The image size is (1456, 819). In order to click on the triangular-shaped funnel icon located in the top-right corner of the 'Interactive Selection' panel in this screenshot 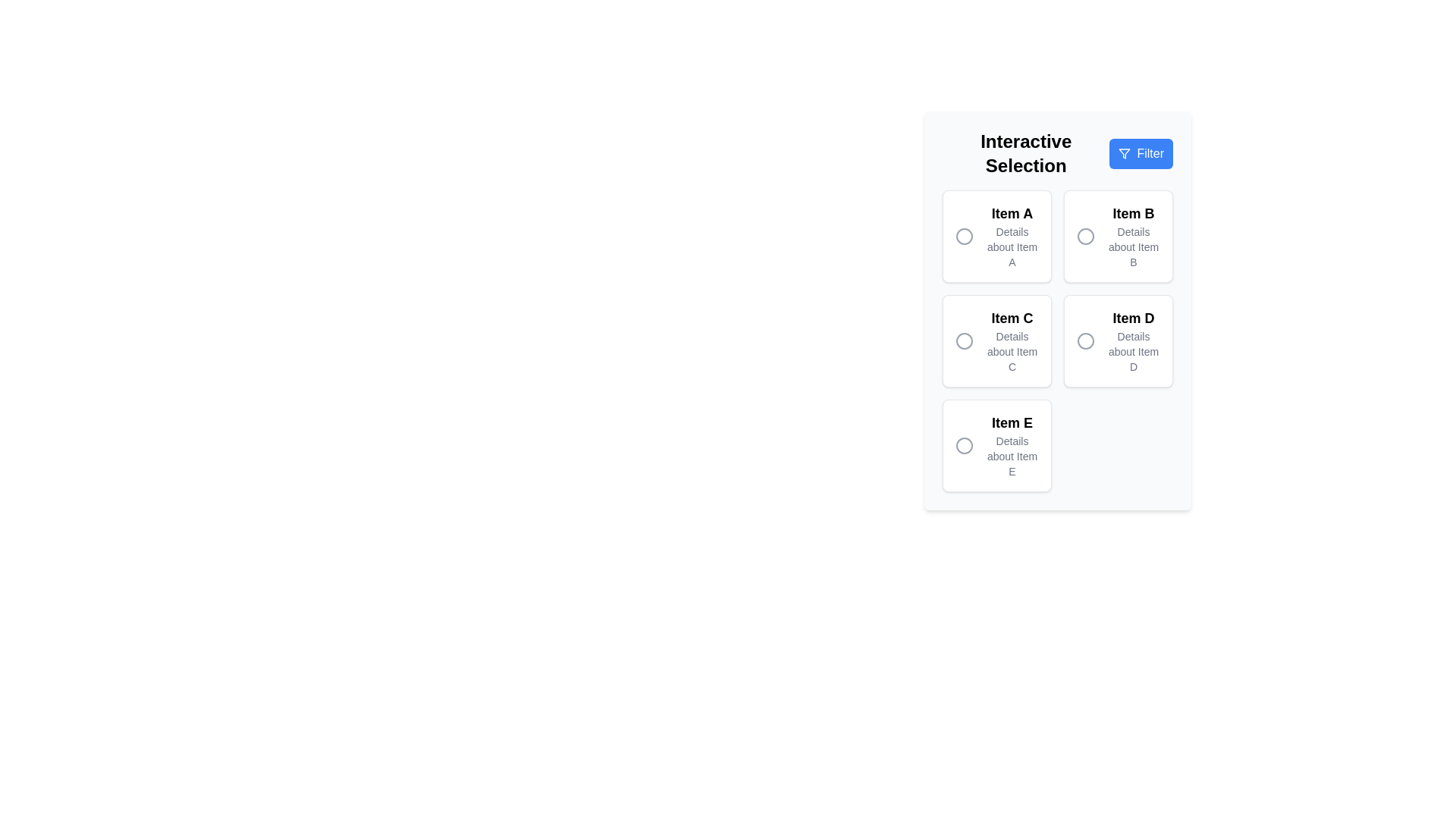, I will do `click(1125, 154)`.